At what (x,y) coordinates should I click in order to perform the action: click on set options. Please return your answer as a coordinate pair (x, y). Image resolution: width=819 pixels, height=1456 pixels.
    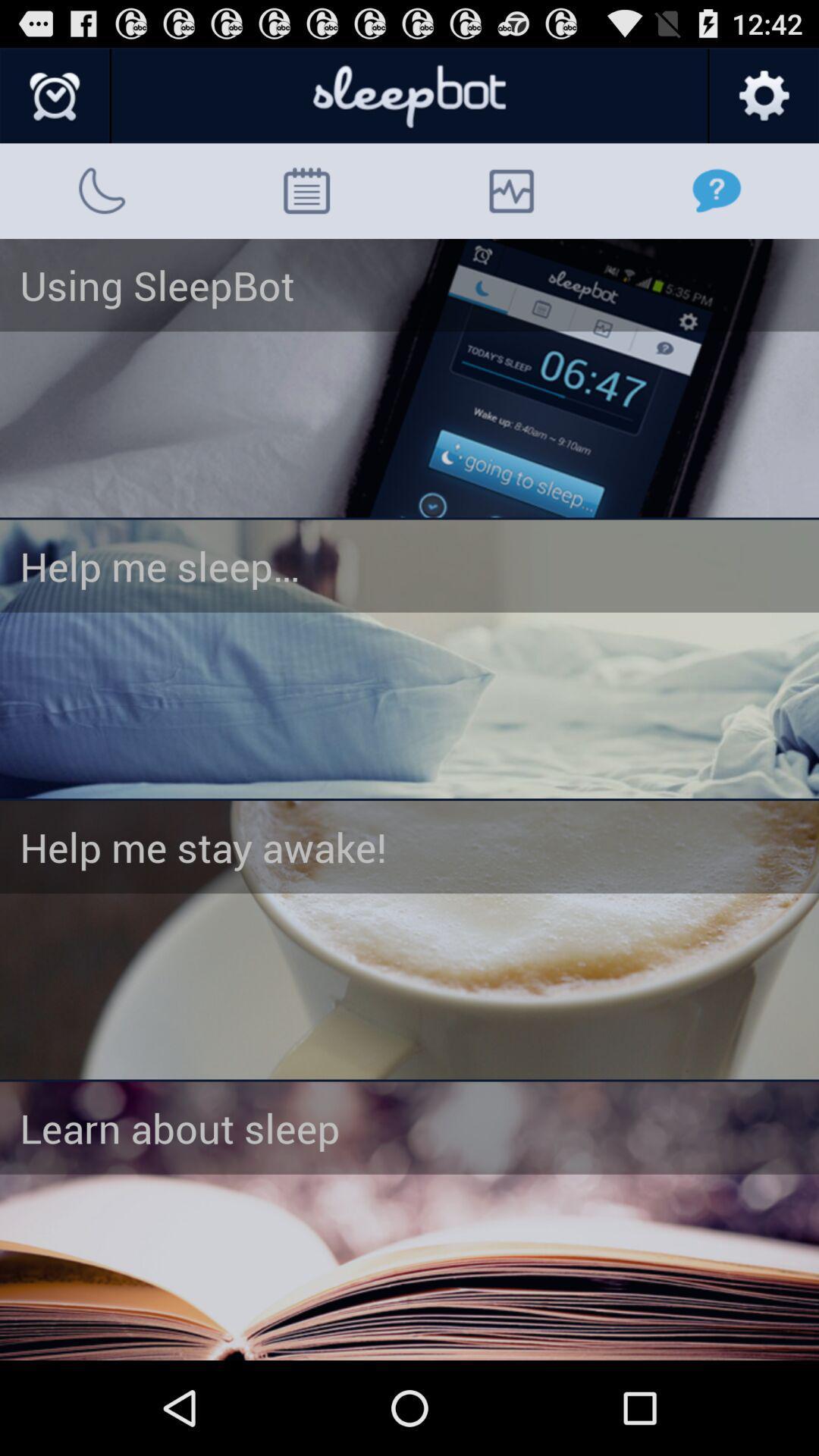
    Looking at the image, I should click on (763, 96).